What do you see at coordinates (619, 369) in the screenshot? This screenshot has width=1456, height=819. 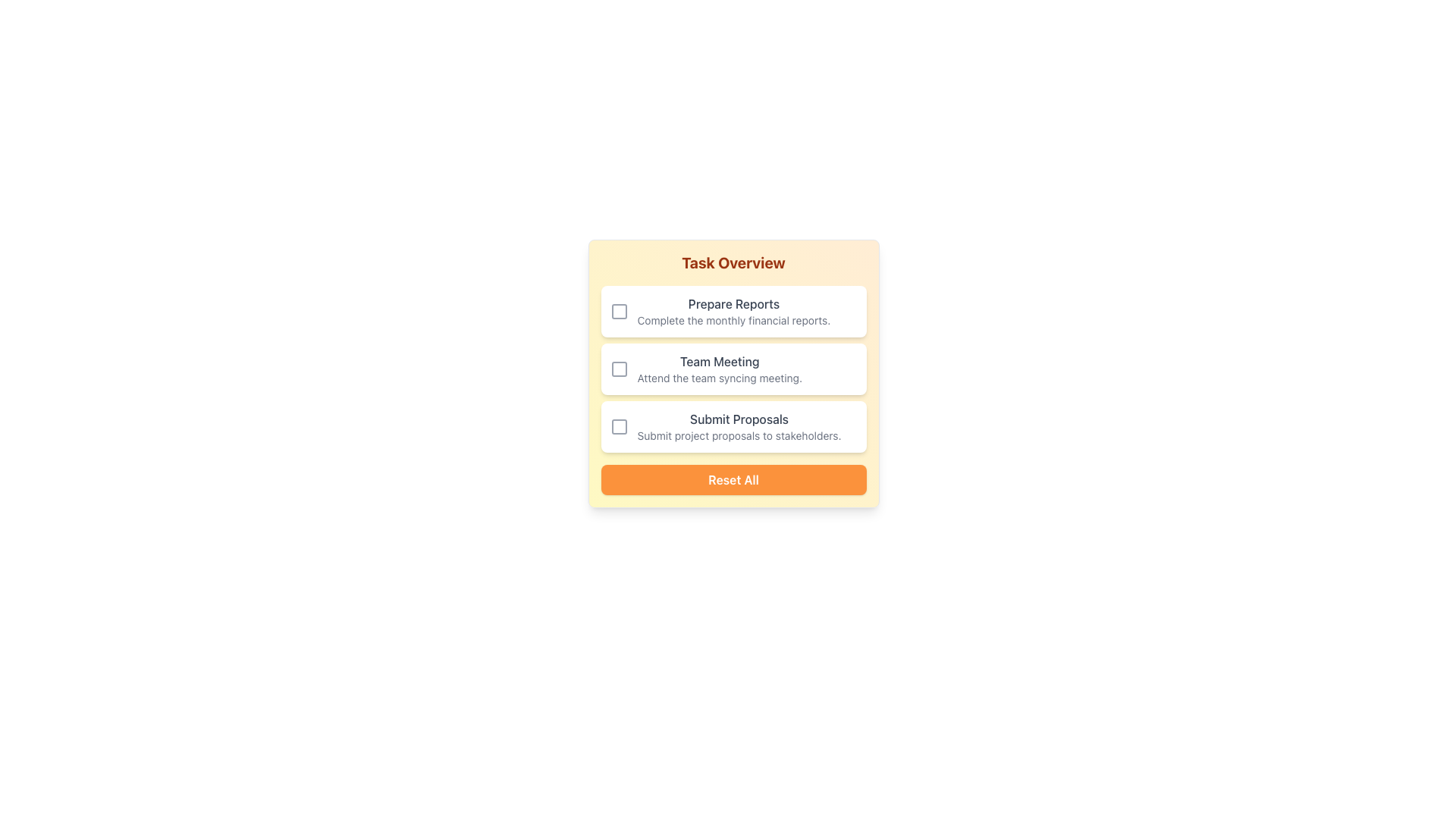 I see `the empty checkbox located to the left of the 'Team Meeting' text` at bounding box center [619, 369].